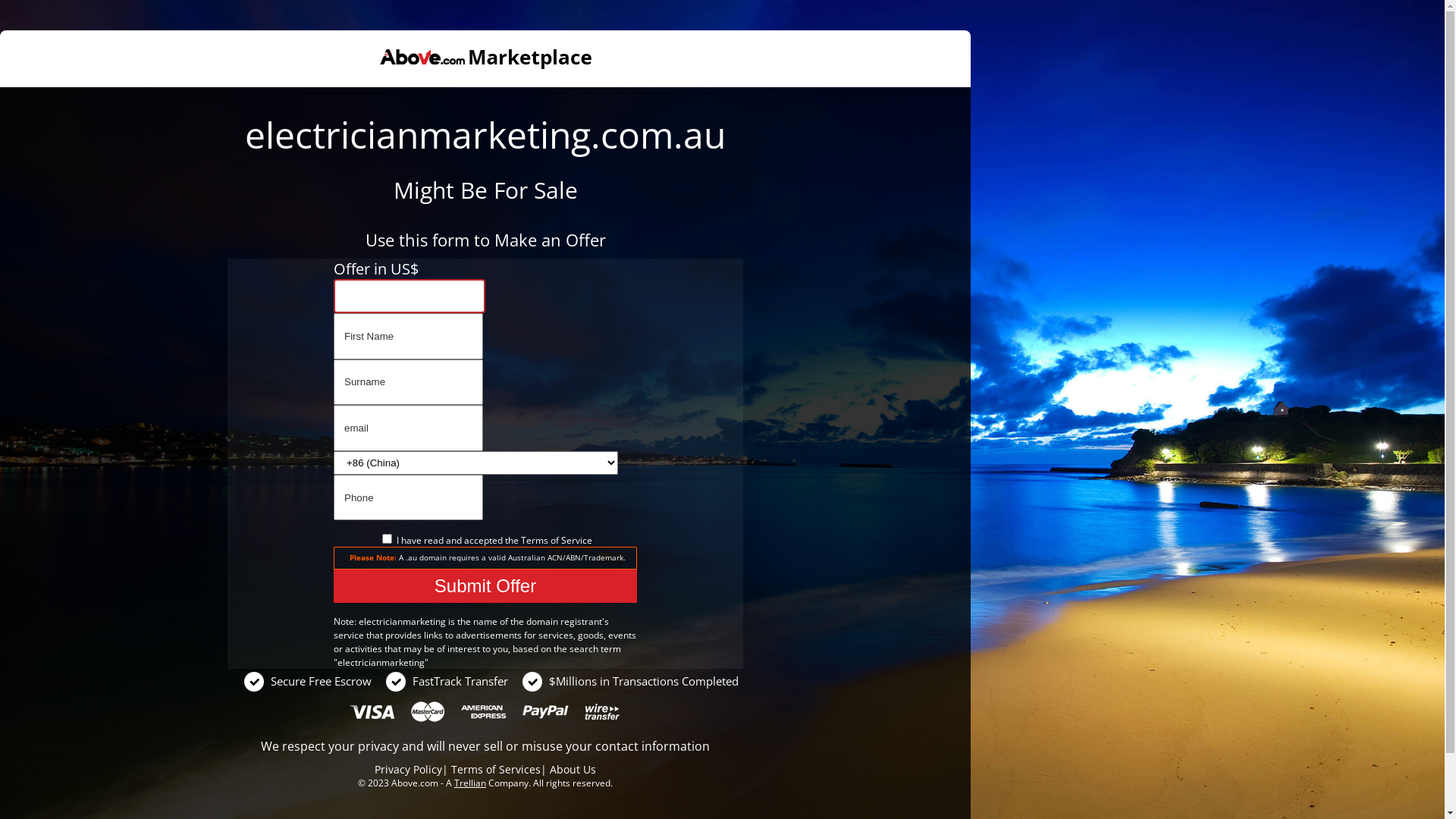  Describe the element at coordinates (534, 539) in the screenshot. I see `'Terms'` at that location.